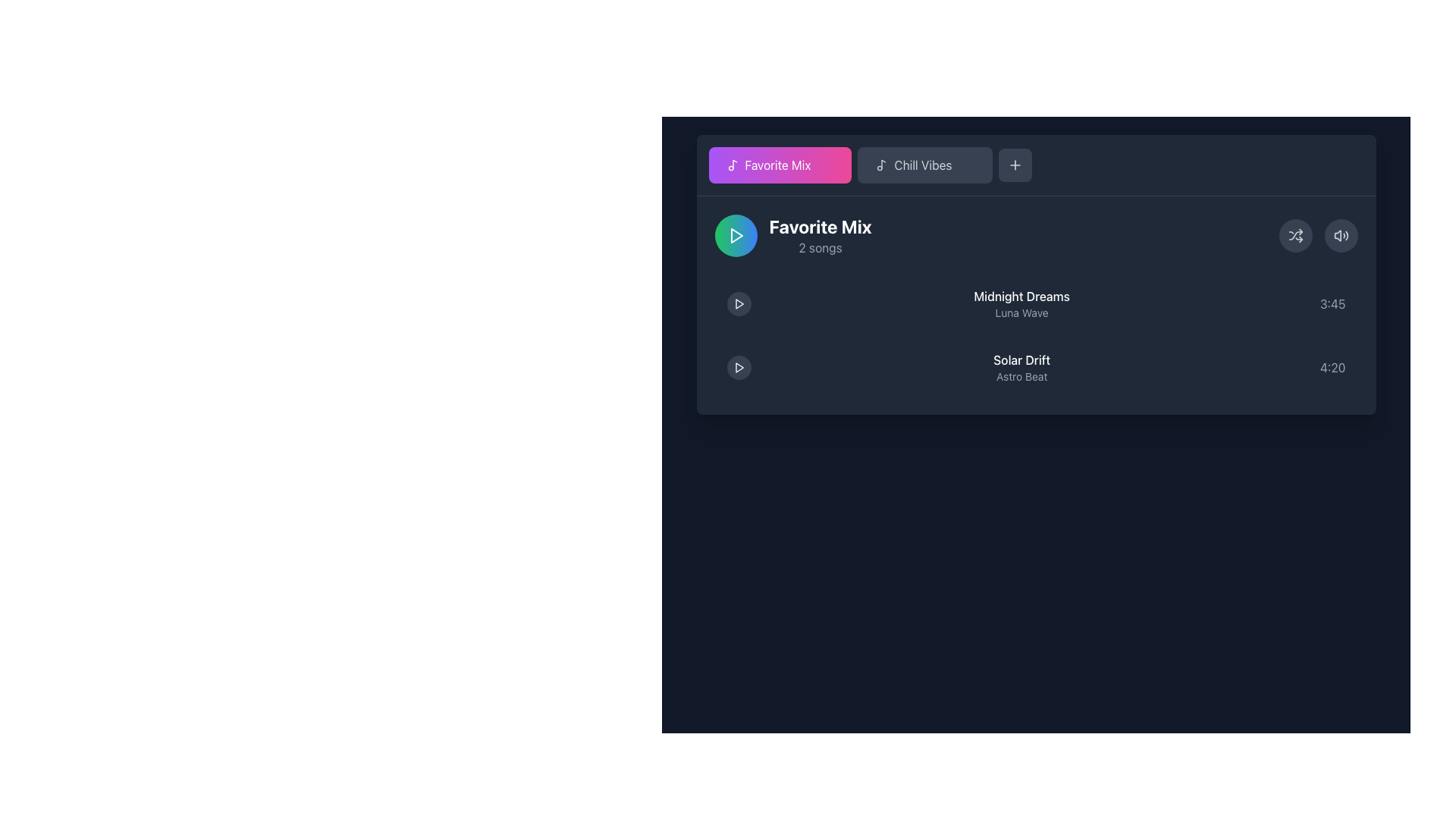 Image resolution: width=1456 pixels, height=819 pixels. I want to click on the text label displaying '2 songs', which is styled in a smaller gray font and positioned centrally beneath the 'Favorite Mix' text, so click(820, 247).